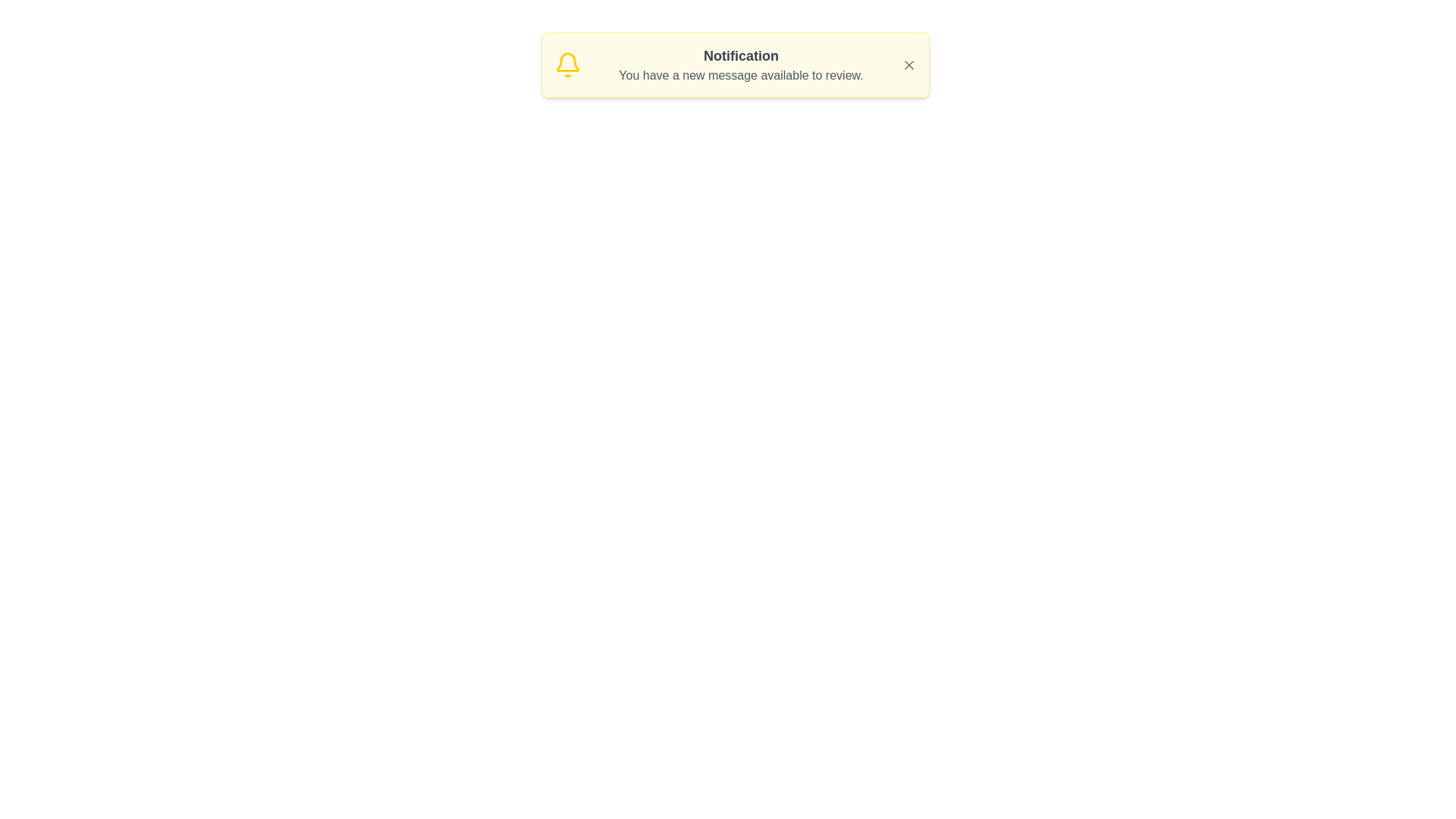 The height and width of the screenshot is (819, 1456). Describe the element at coordinates (566, 61) in the screenshot. I see `the yellow bell icon with a hollow interior located within the notification bar, positioned to the left of the notification text` at that location.